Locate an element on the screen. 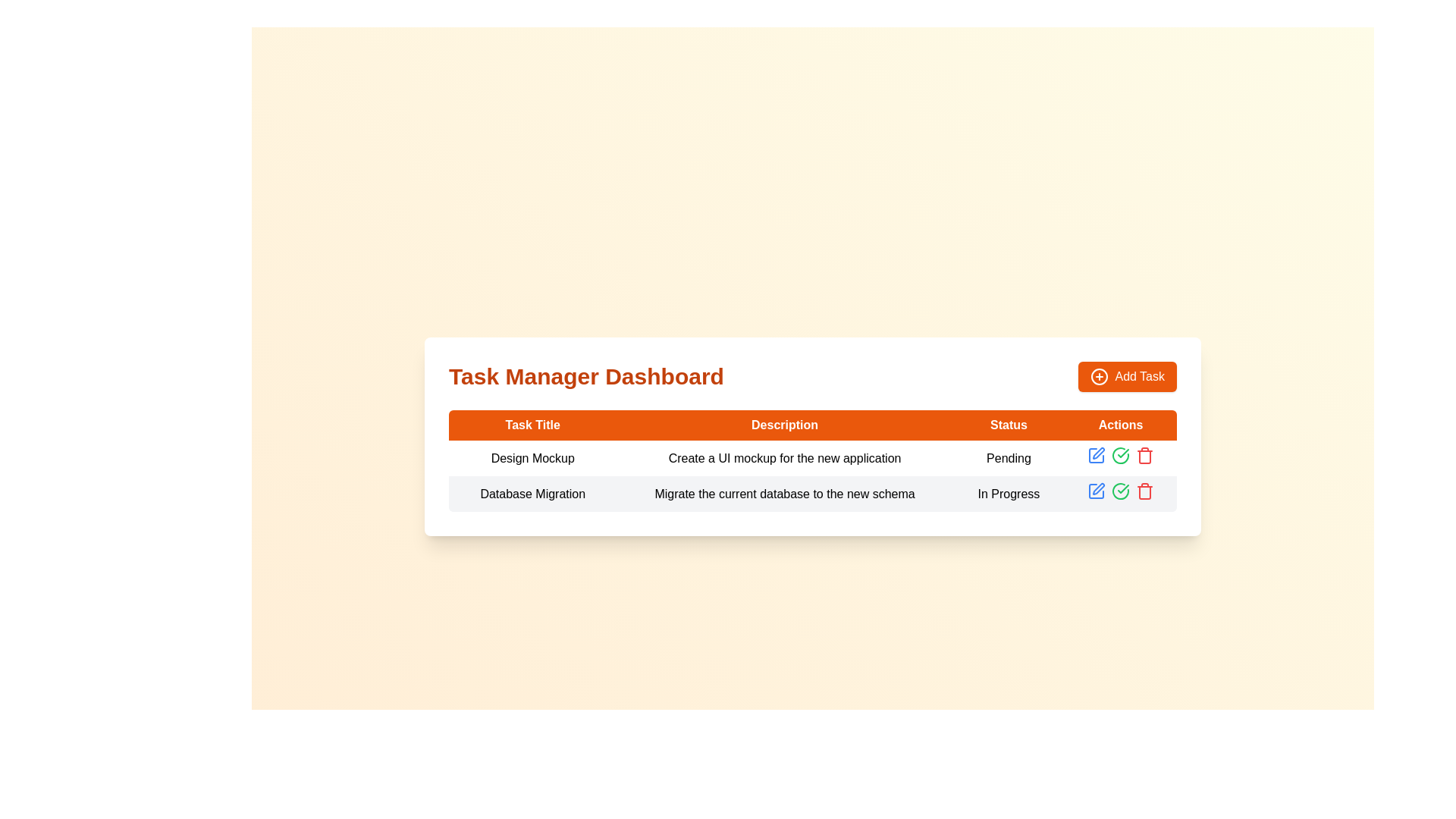  the 'Status' table header cell is located at coordinates (1009, 425).